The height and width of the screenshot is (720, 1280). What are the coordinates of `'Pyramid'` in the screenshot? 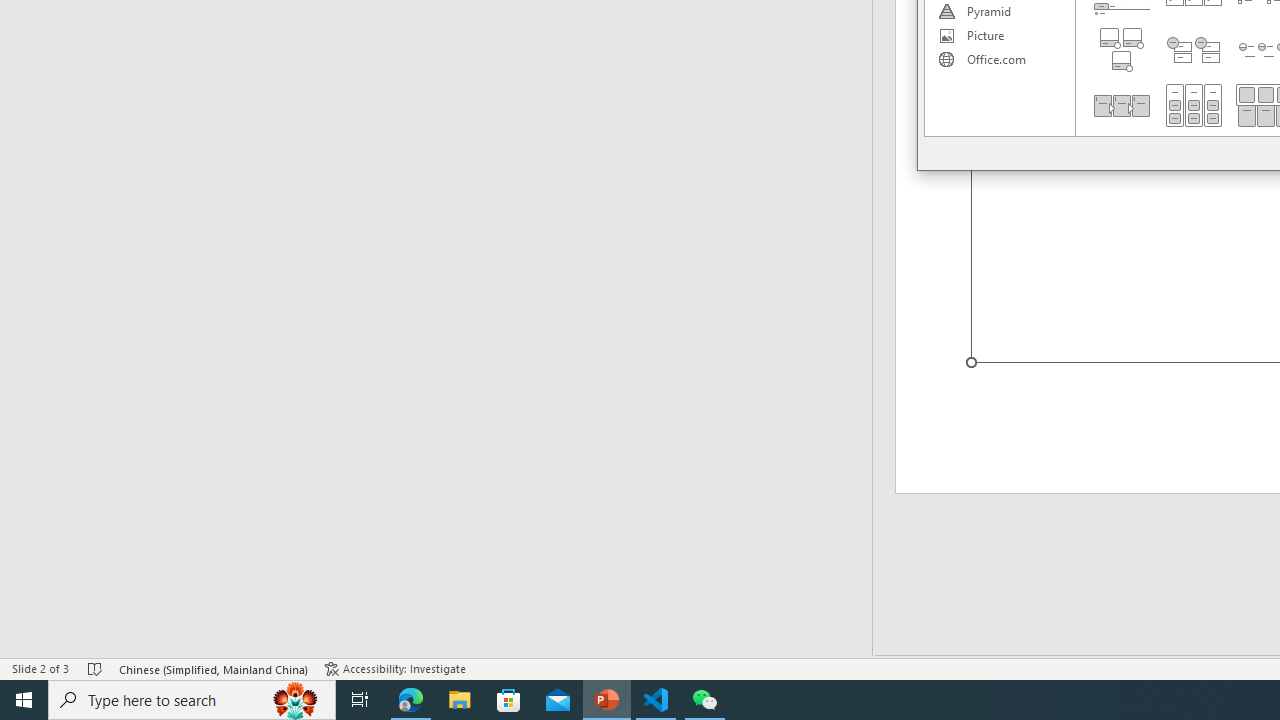 It's located at (999, 11).